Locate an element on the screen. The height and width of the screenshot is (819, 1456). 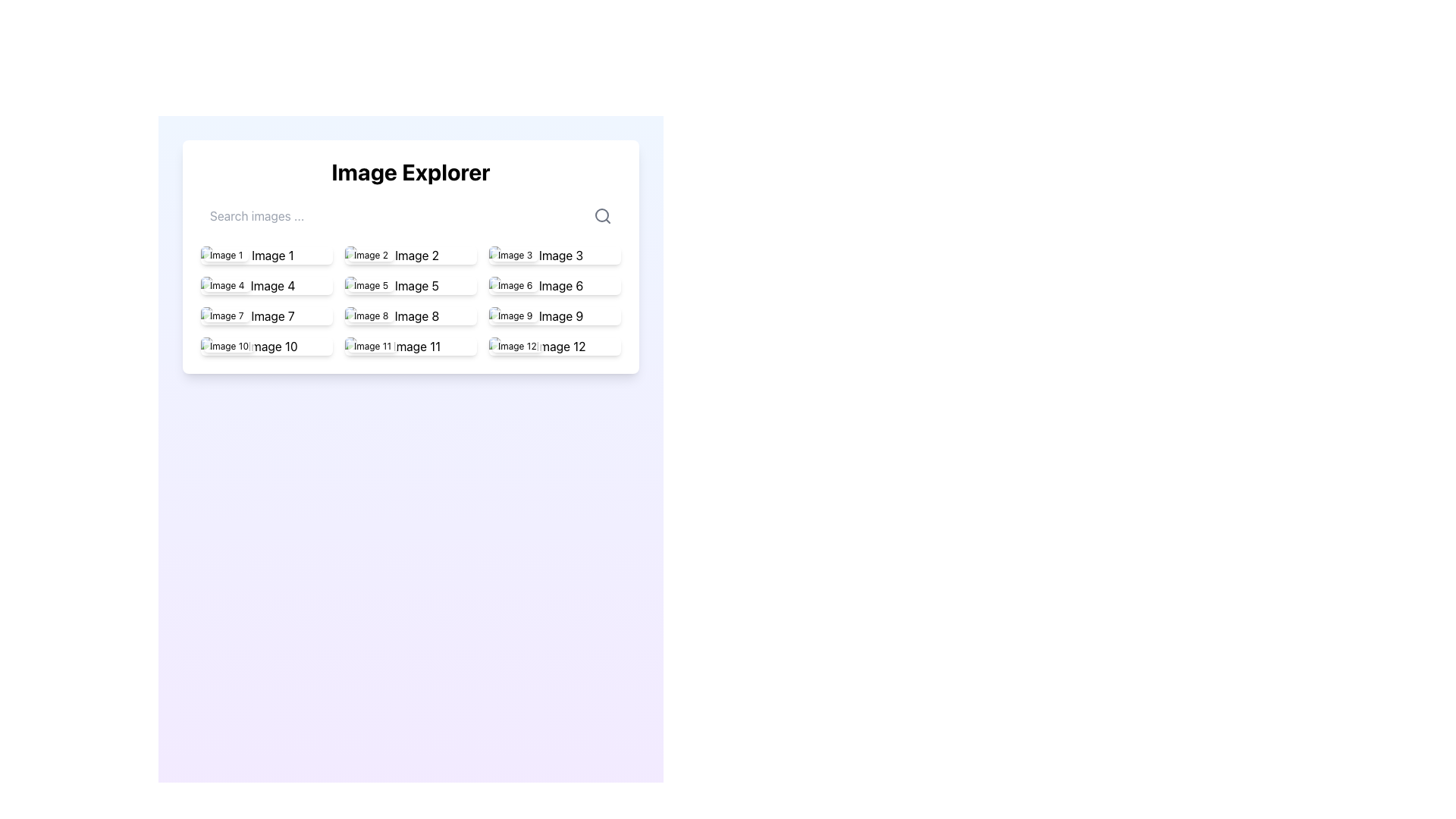
the search functionality icon located at the top-right corner of the search bar component, which provides a visual indication of the search functionality is located at coordinates (602, 216).